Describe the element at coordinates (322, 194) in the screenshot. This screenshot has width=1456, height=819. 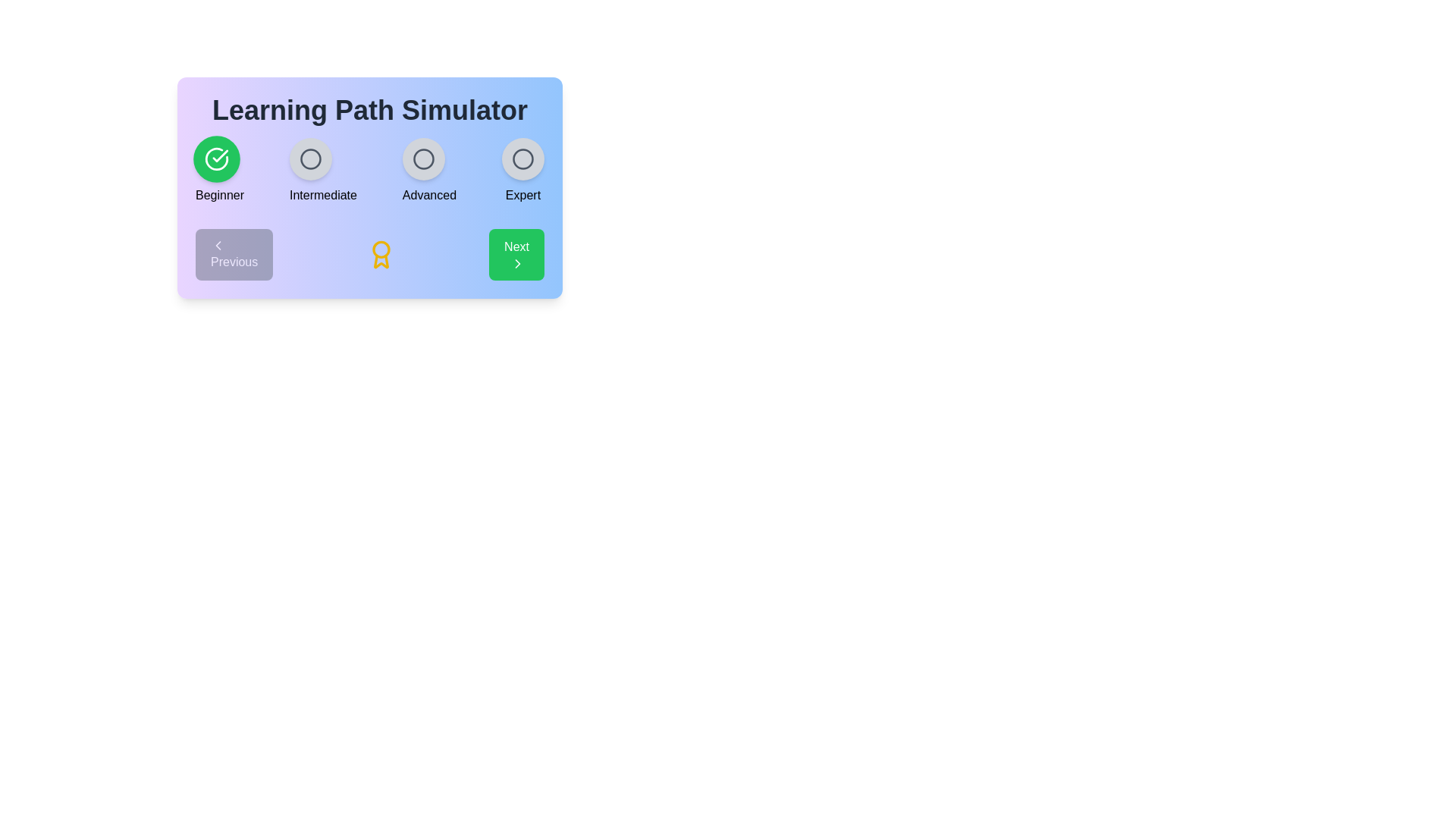
I see `the 'Intermediate' level text label, which is the second in a series of four levels labeled 'Beginner,' 'Intermediate,' 'Advanced,' and 'Expert.' It is positioned centrally below its corresponding circular icon` at that location.